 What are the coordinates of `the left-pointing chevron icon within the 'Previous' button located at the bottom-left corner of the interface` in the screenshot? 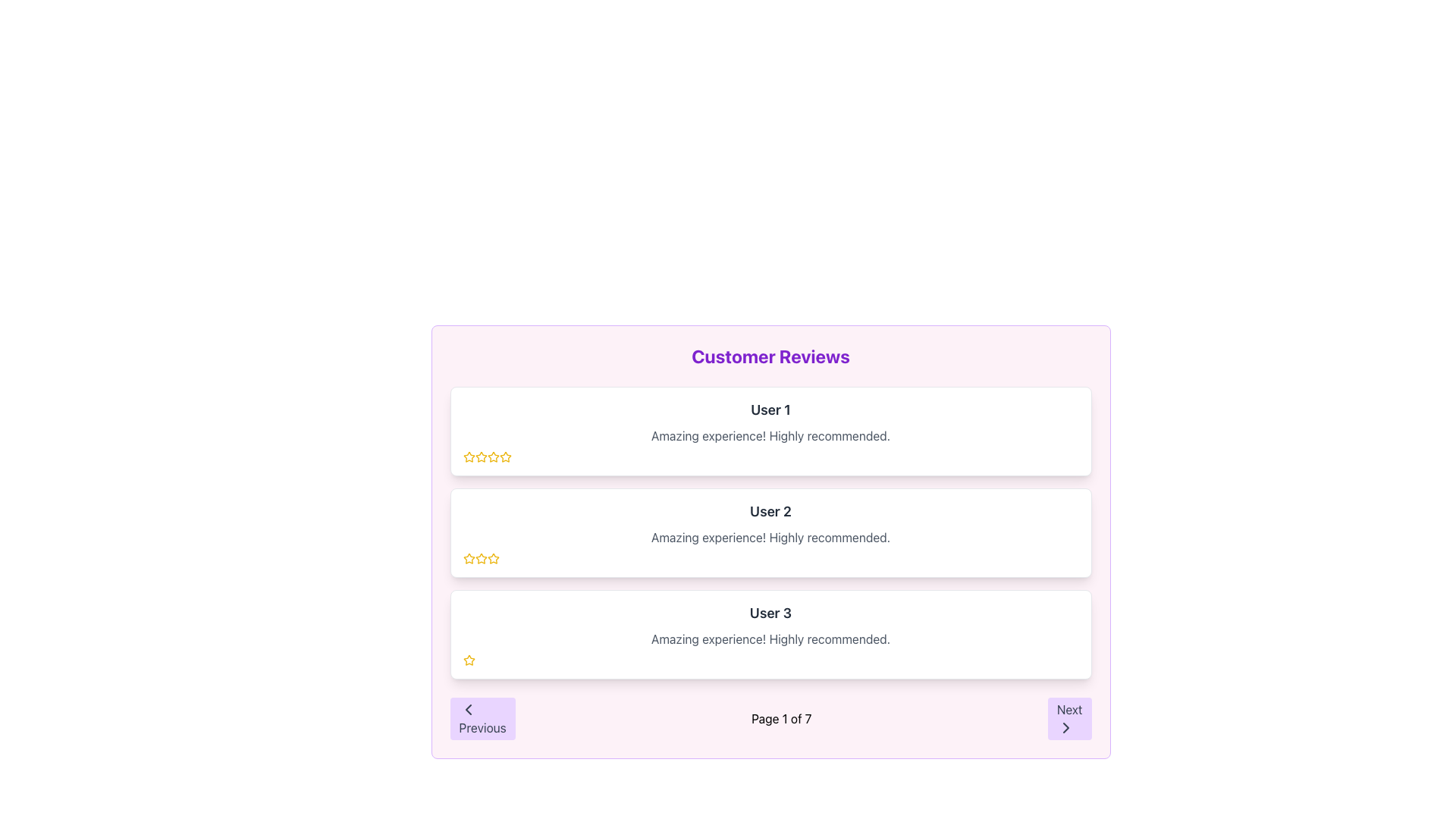 It's located at (467, 710).